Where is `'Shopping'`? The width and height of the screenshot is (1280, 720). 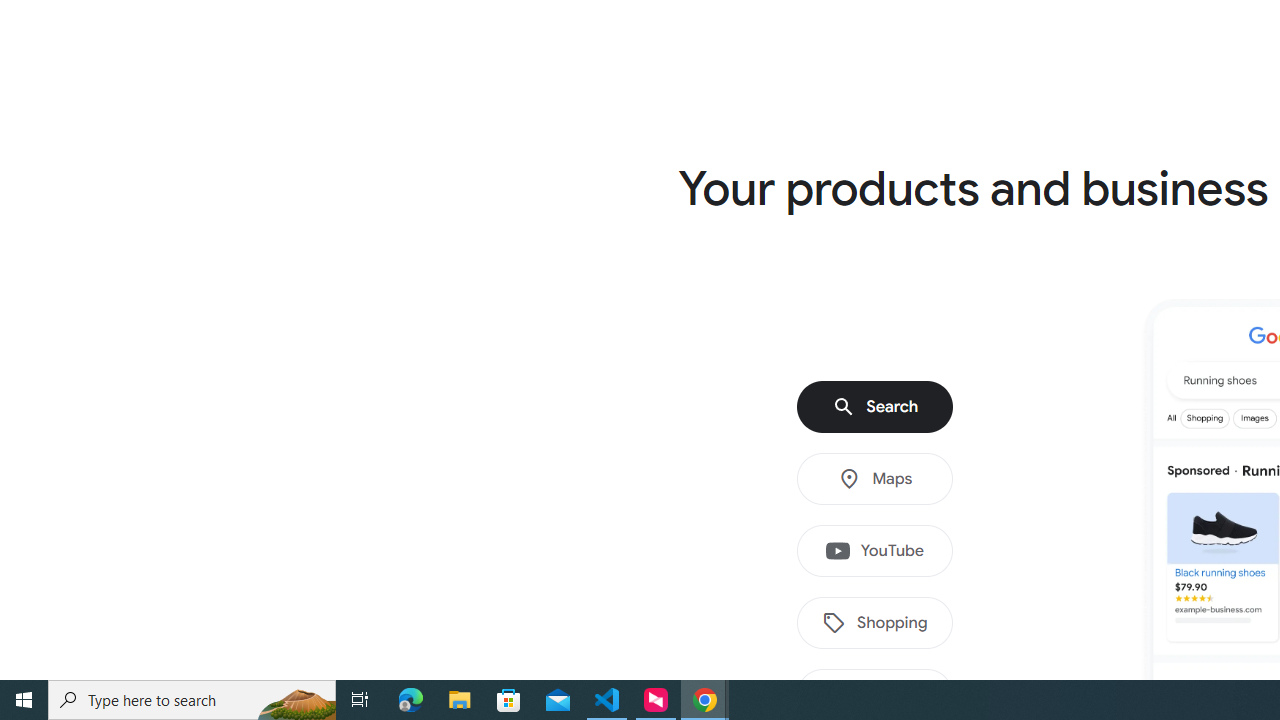
'Shopping' is located at coordinates (875, 622).